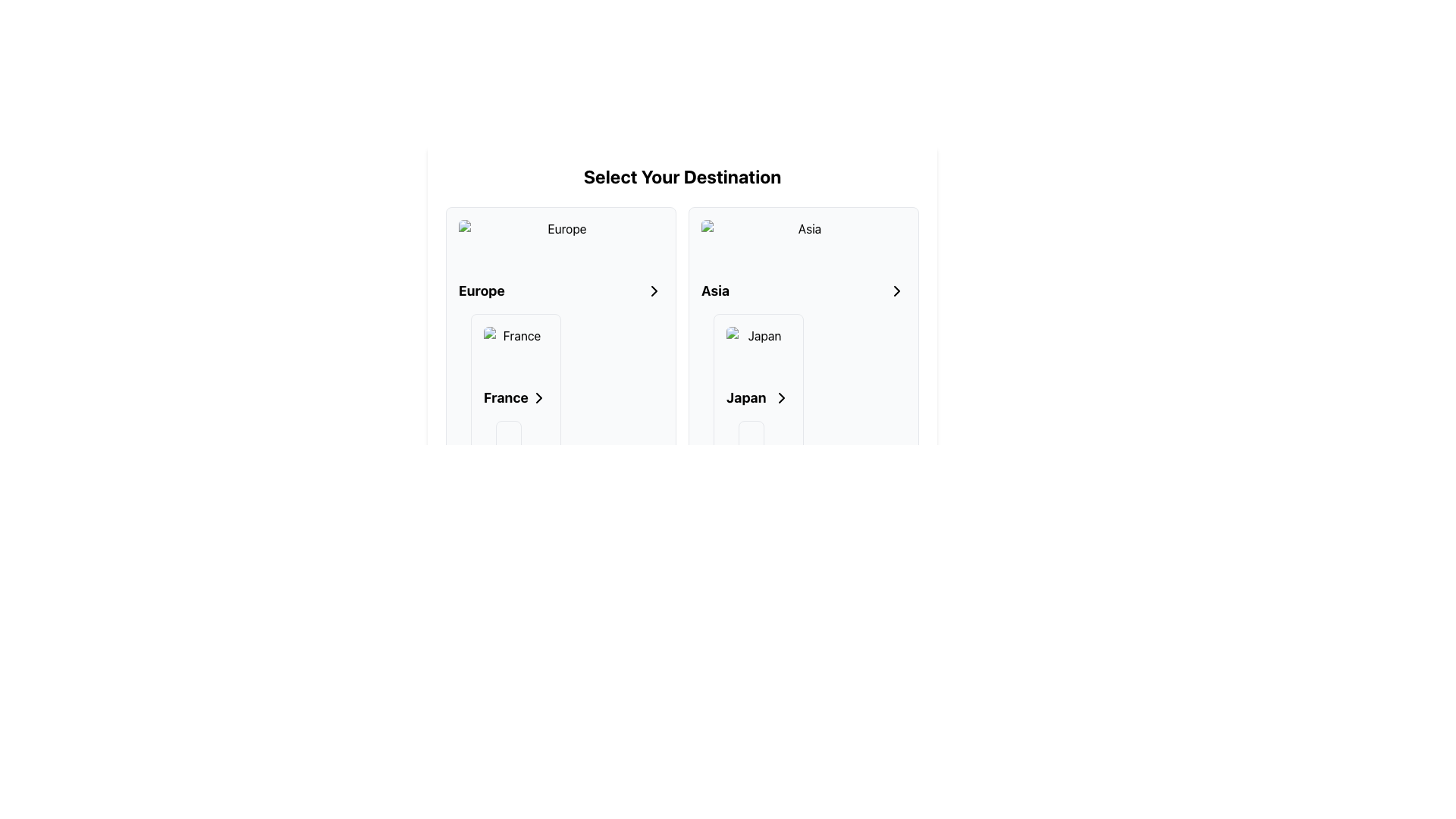  What do you see at coordinates (654, 291) in the screenshot?
I see `the right-pointing chevron icon located on the right side of the 'Europe' section within the 'Select Your Destination' interface` at bounding box center [654, 291].